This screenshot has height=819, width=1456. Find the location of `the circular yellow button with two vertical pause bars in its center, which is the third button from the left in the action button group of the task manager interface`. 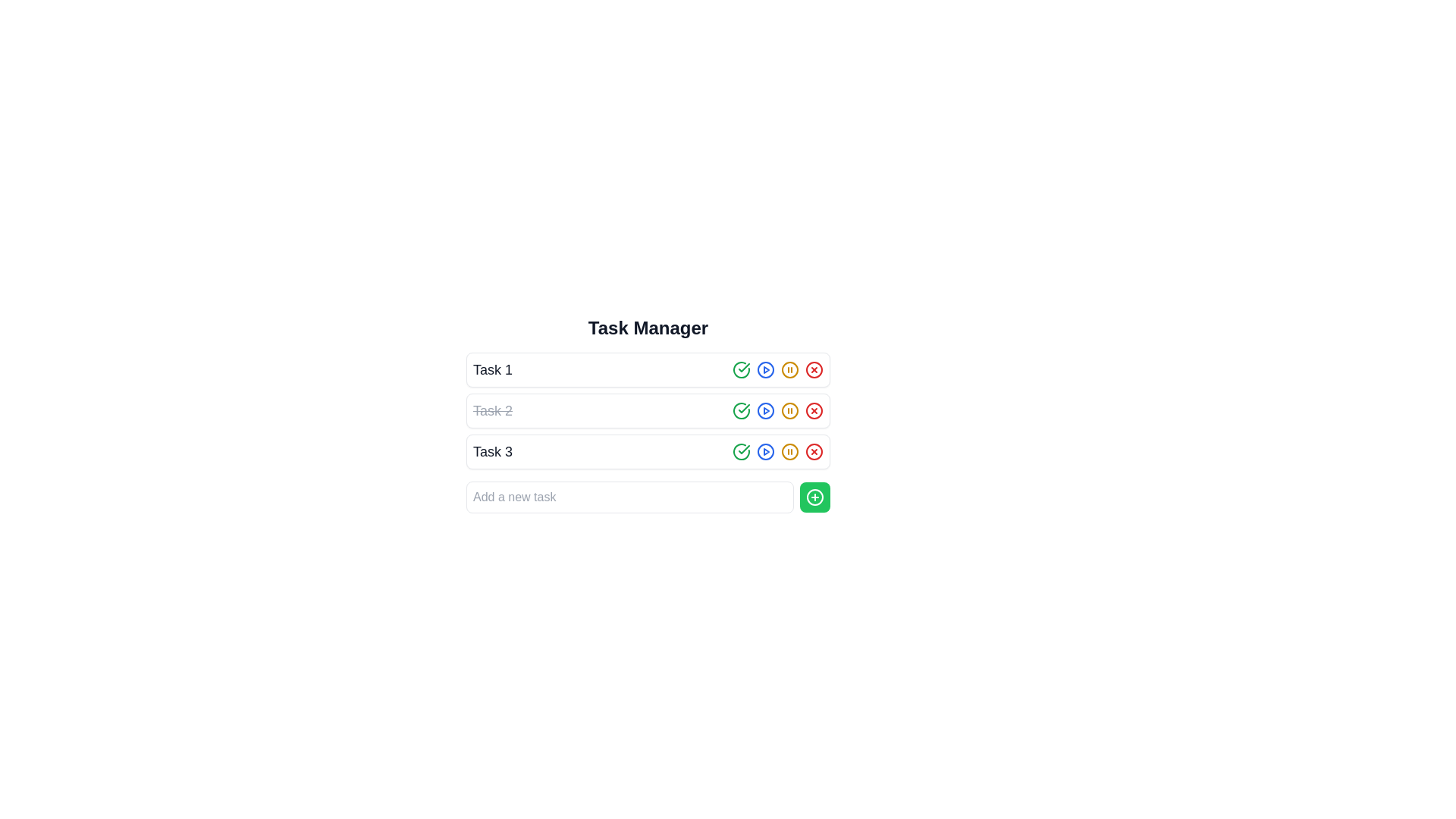

the circular yellow button with two vertical pause bars in its center, which is the third button from the left in the action button group of the task manager interface is located at coordinates (789, 411).